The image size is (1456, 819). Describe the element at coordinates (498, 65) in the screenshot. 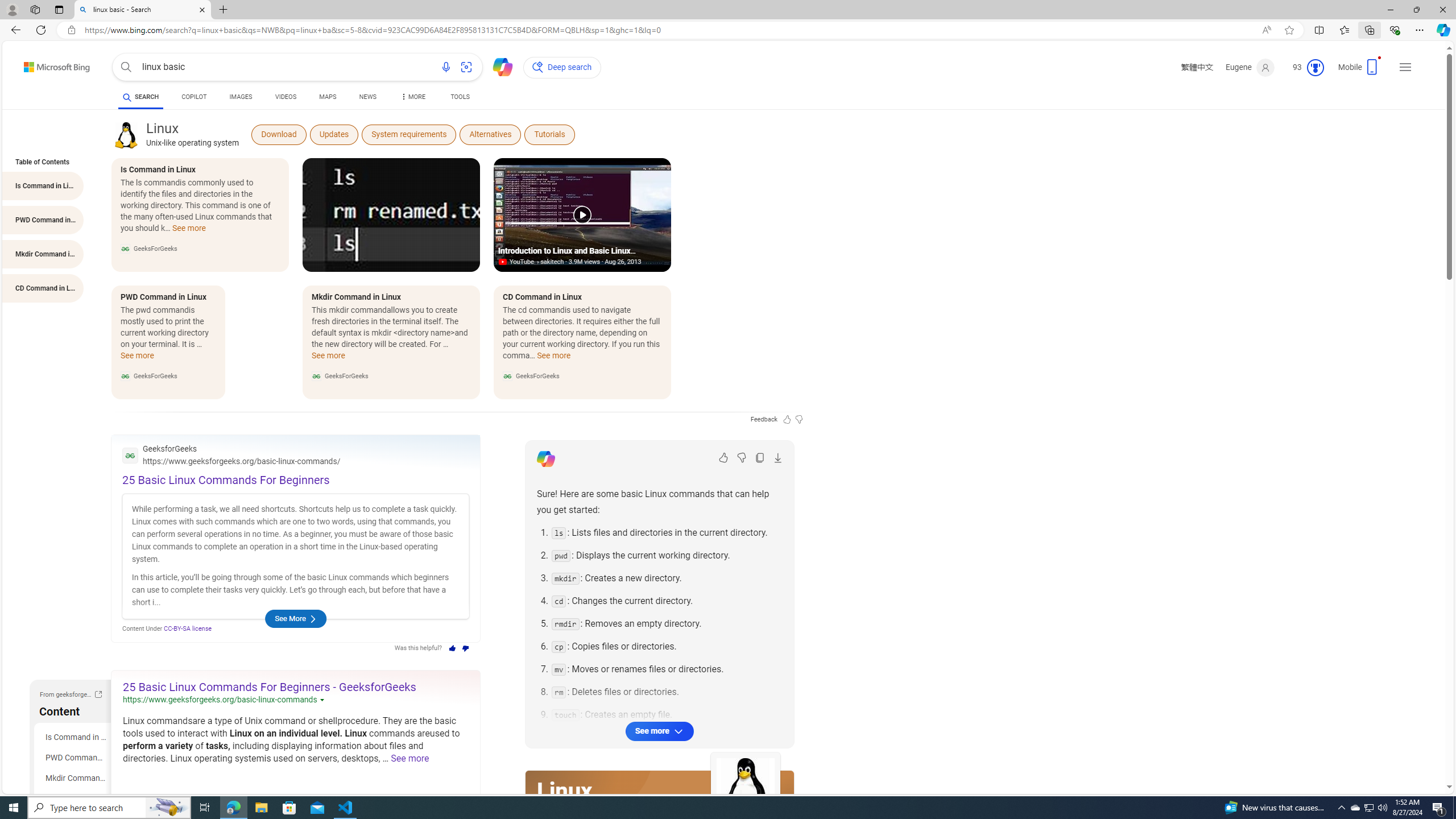

I see `'Chat'` at that location.